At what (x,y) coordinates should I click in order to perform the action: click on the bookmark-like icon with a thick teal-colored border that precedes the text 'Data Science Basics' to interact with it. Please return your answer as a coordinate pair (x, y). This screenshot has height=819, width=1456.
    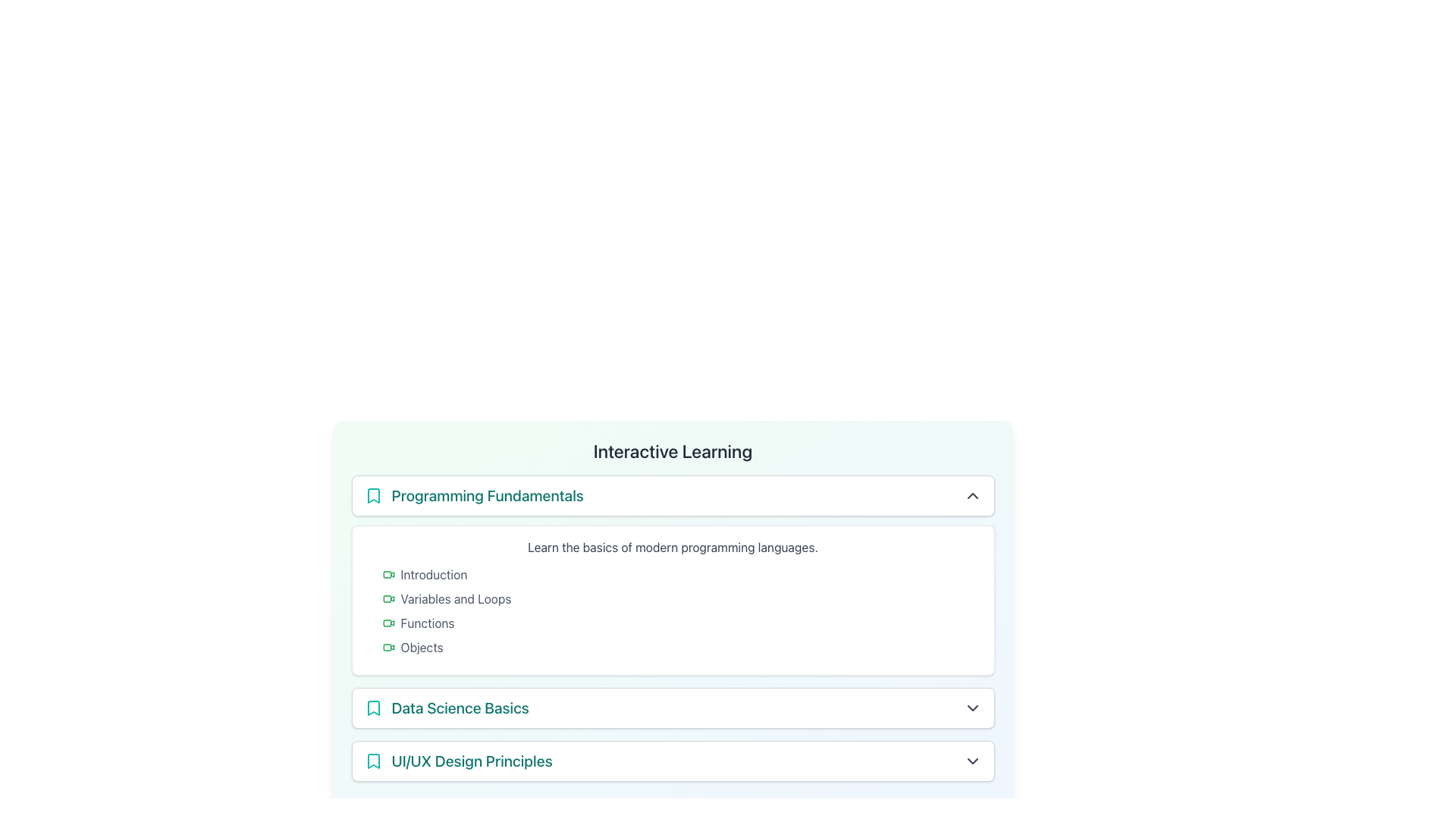
    Looking at the image, I should click on (373, 708).